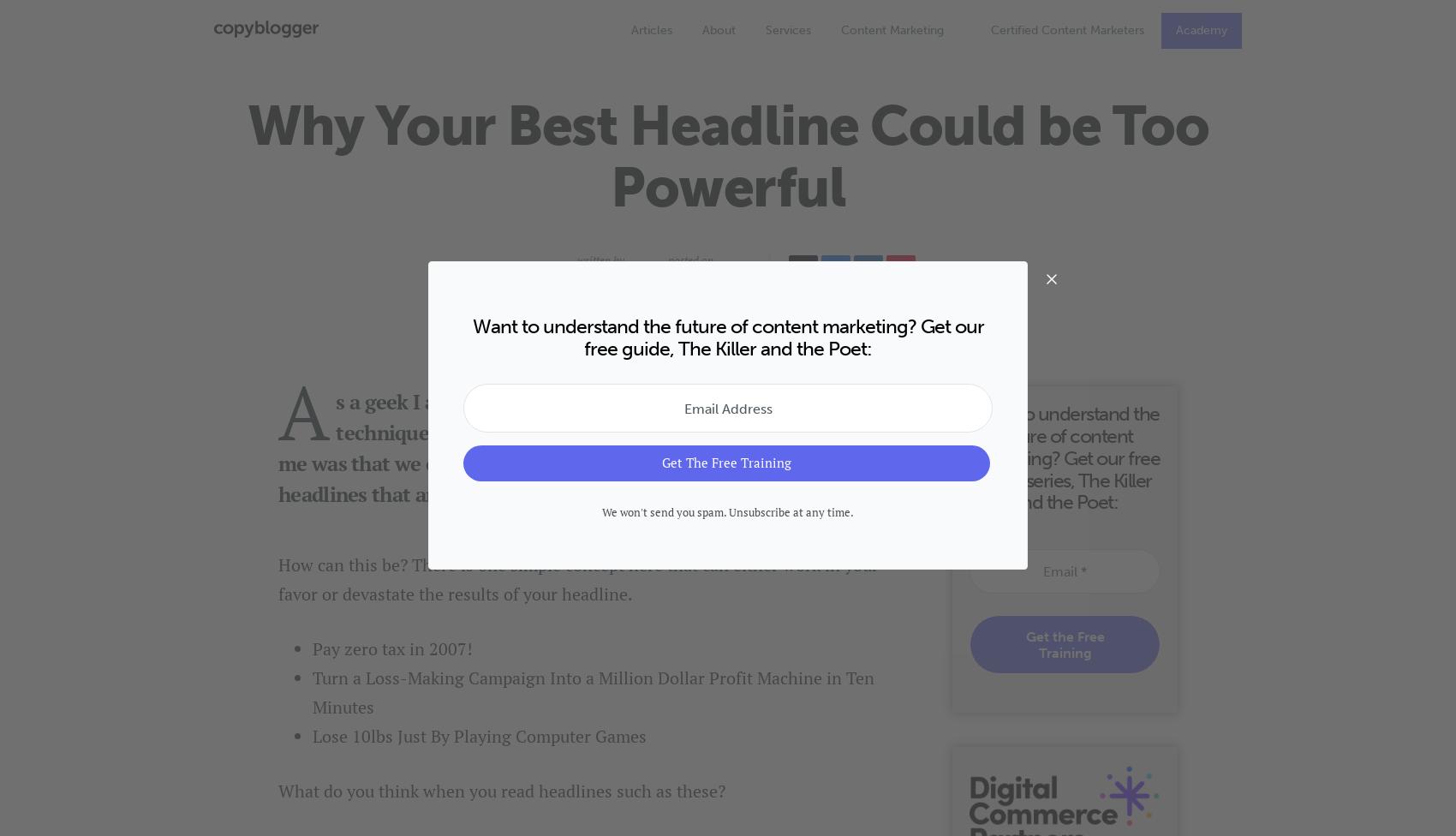 This screenshot has height=836, width=1456. Describe the element at coordinates (726, 156) in the screenshot. I see `'Why Your Best Headline Could be Too Powerful'` at that location.